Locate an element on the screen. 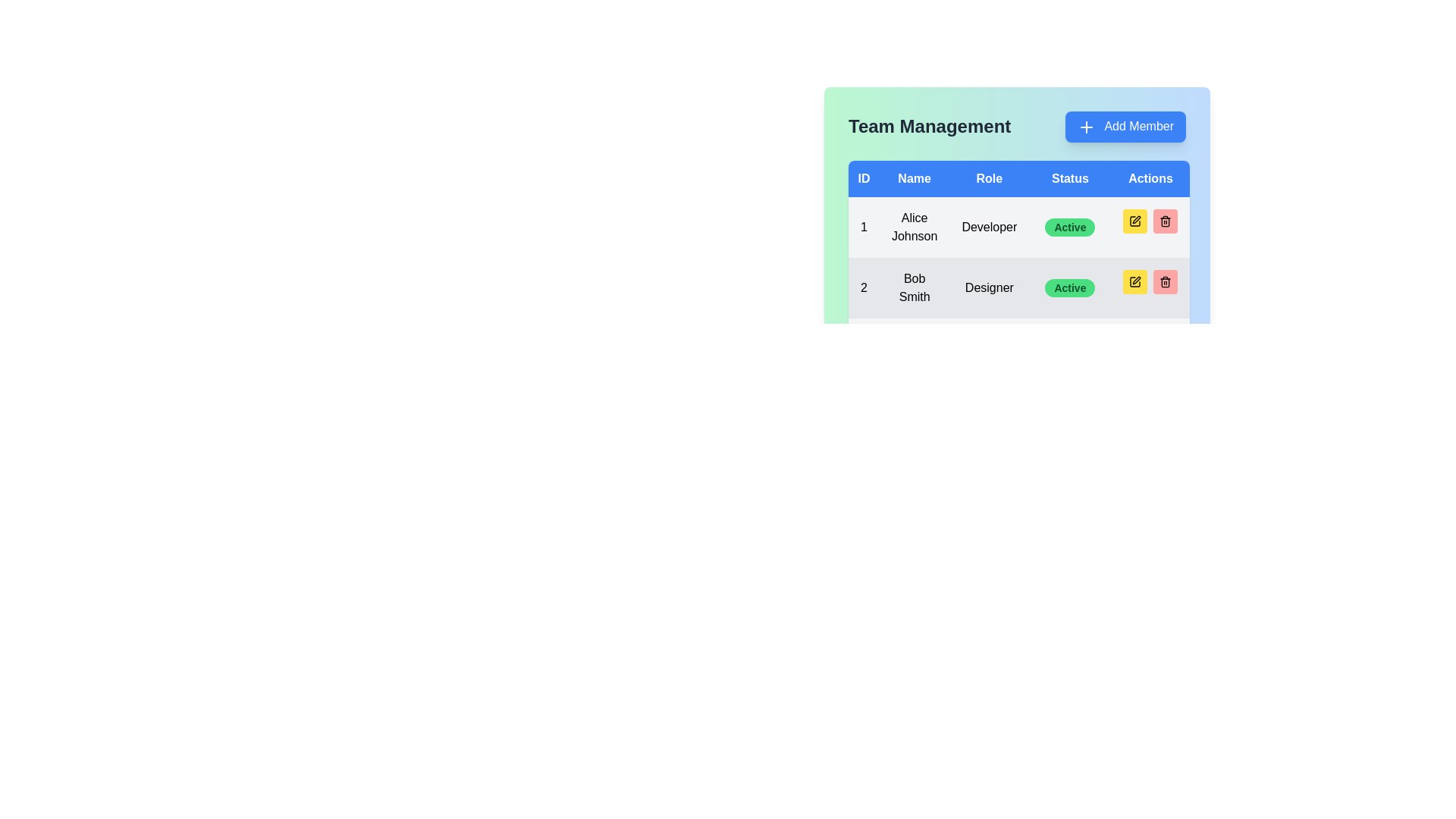 This screenshot has height=819, width=1456. the text label in the second column of the table header that indicates the names of team members, located between the 'ID' and 'Role' headers is located at coordinates (914, 177).